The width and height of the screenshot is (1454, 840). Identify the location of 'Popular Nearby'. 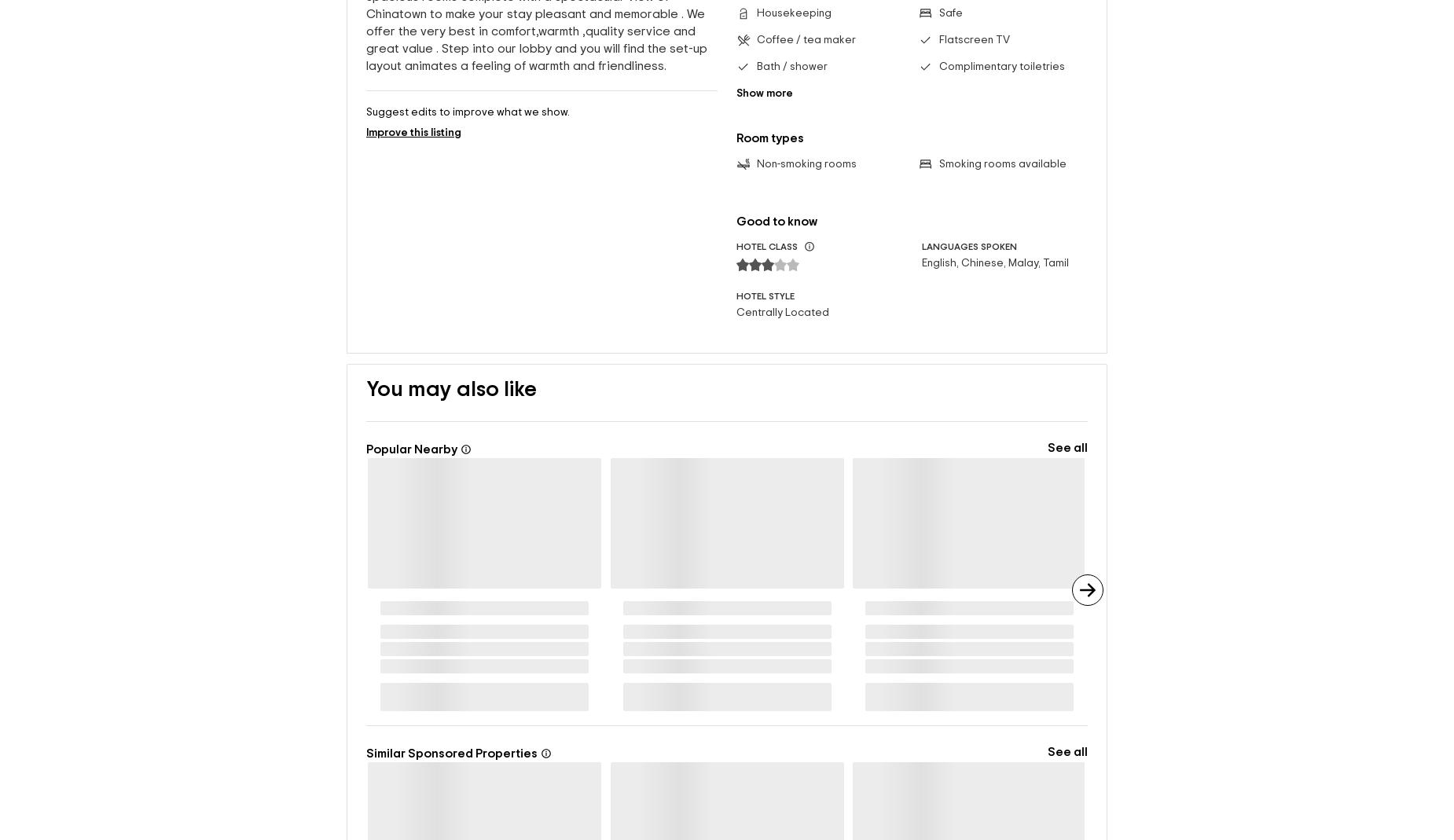
(366, 449).